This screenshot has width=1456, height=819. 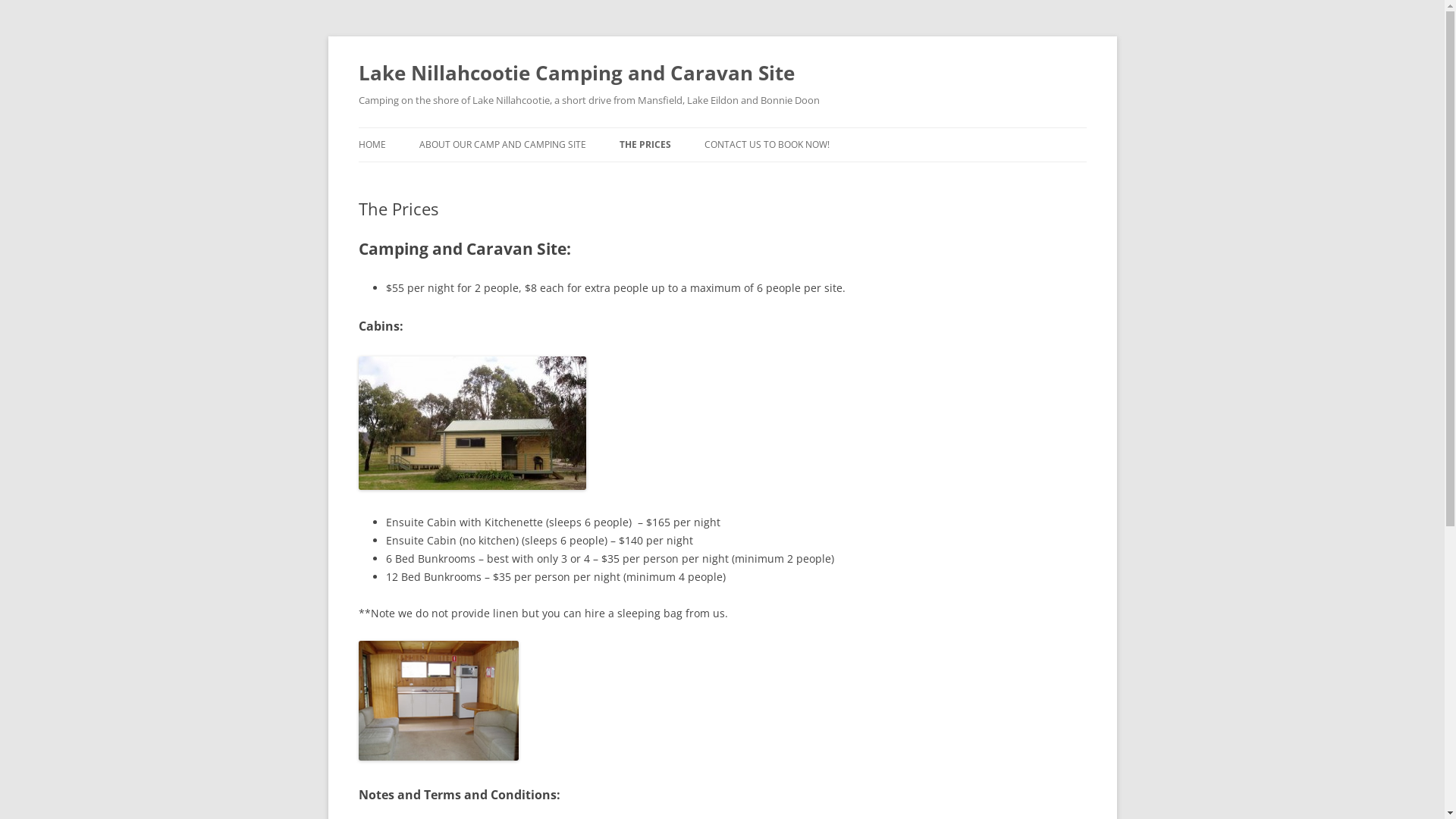 I want to click on 'THE PRICES', so click(x=644, y=145).